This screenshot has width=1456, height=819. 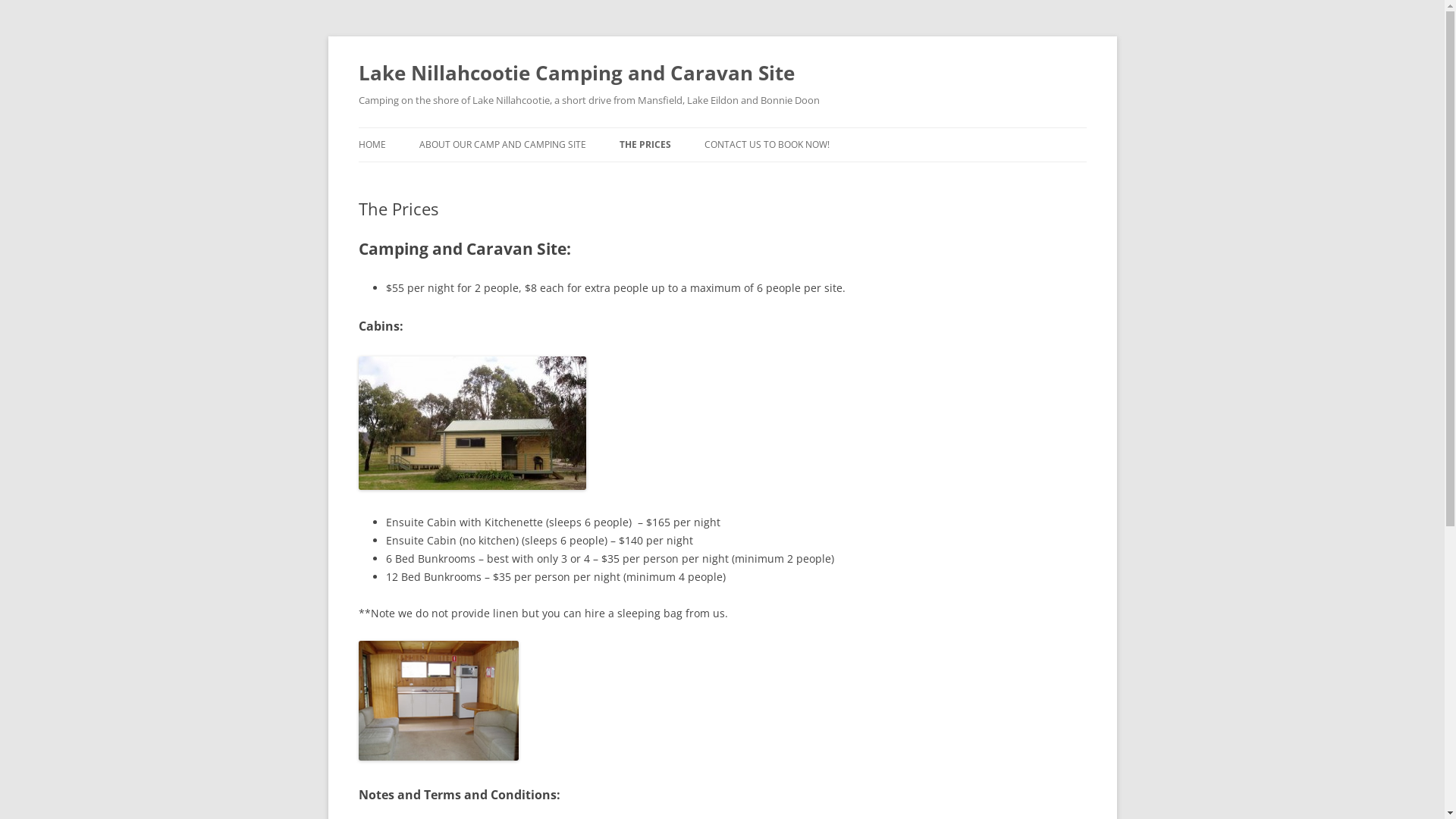 I want to click on 'THE PRICES', so click(x=644, y=145).